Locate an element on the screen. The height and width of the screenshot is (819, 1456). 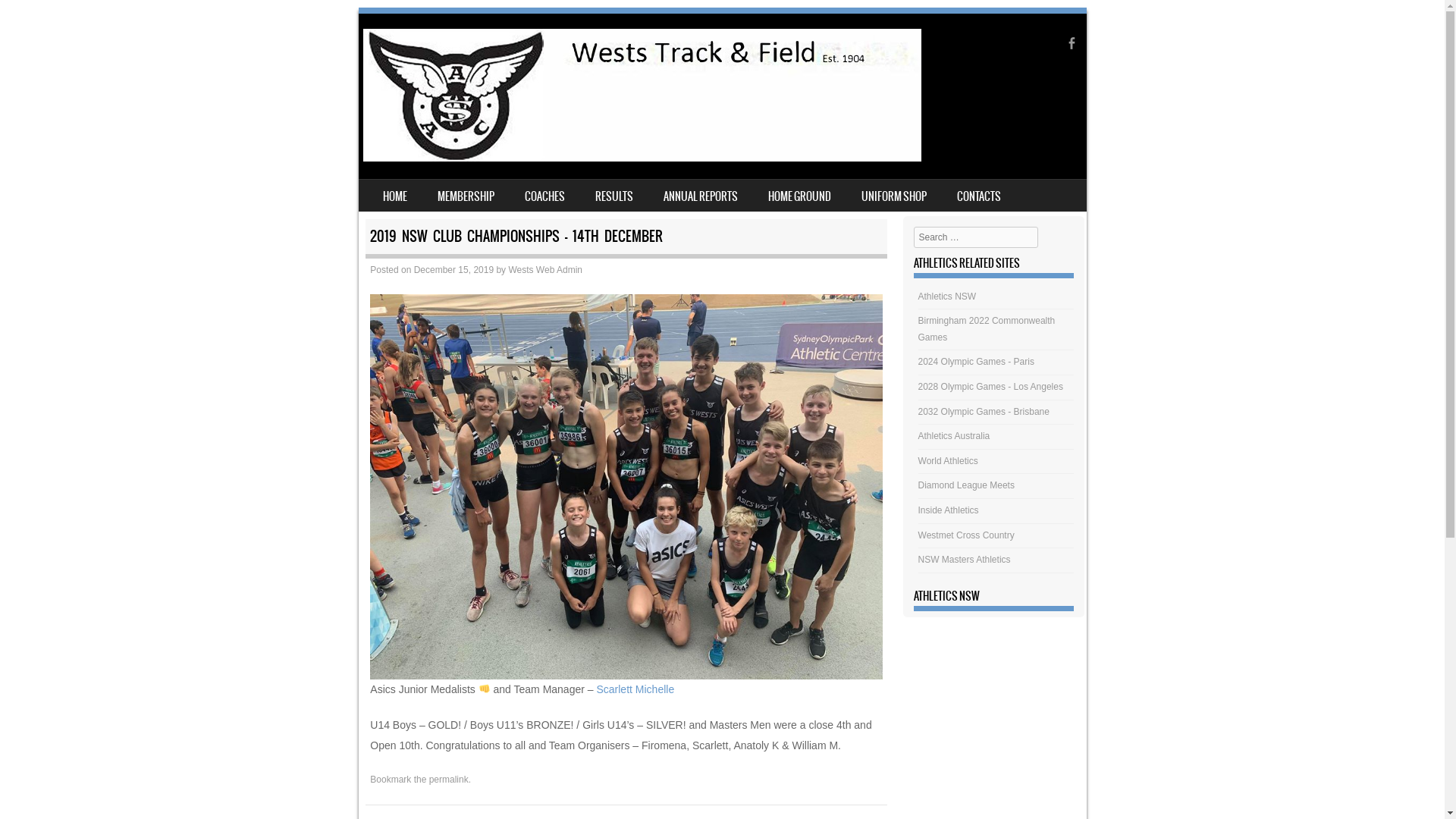
'Scarlett Michelle' is located at coordinates (635, 689).